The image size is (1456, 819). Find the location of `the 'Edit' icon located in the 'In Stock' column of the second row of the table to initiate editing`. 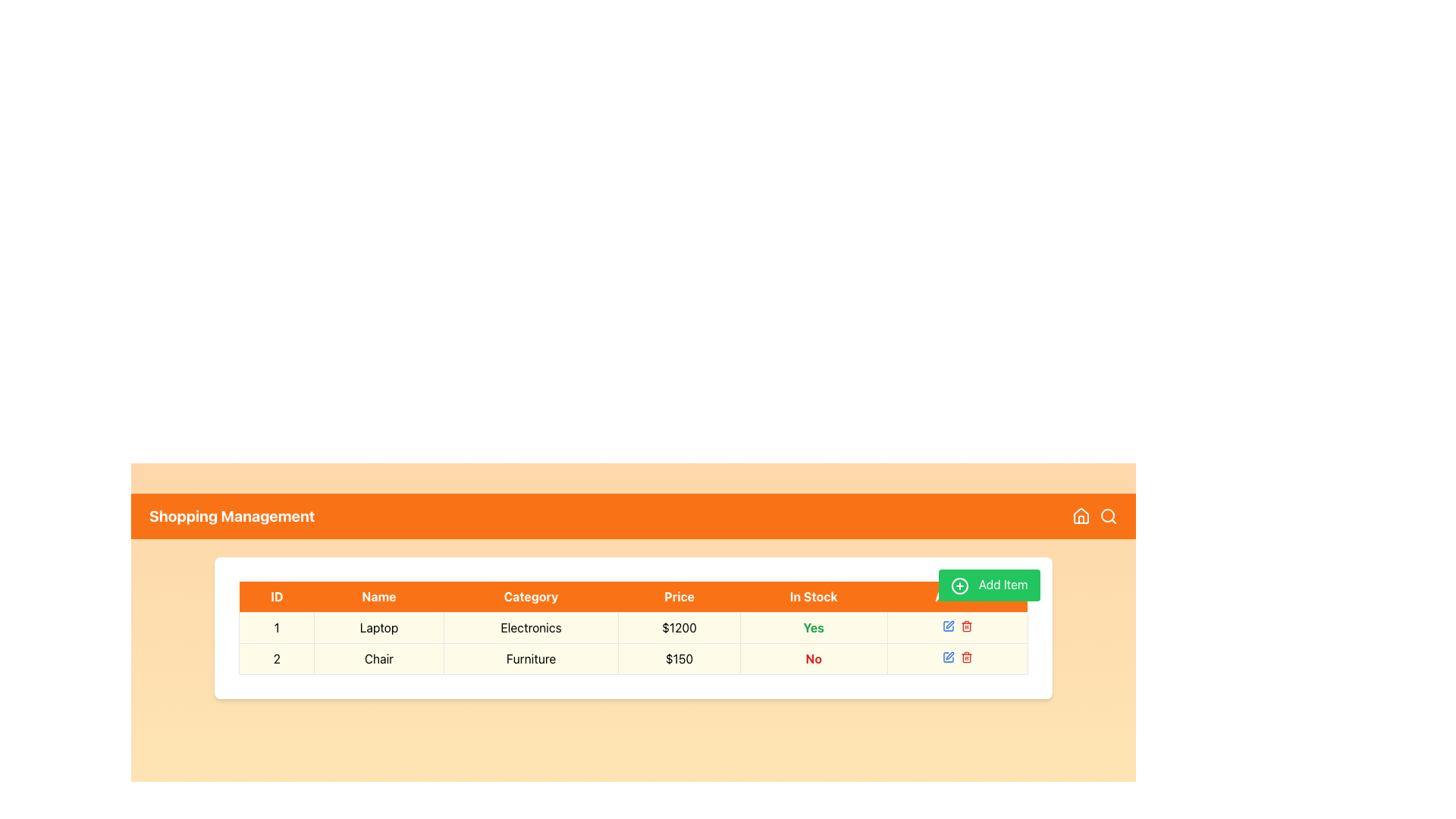

the 'Edit' icon located in the 'In Stock' column of the second row of the table to initiate editing is located at coordinates (949, 654).